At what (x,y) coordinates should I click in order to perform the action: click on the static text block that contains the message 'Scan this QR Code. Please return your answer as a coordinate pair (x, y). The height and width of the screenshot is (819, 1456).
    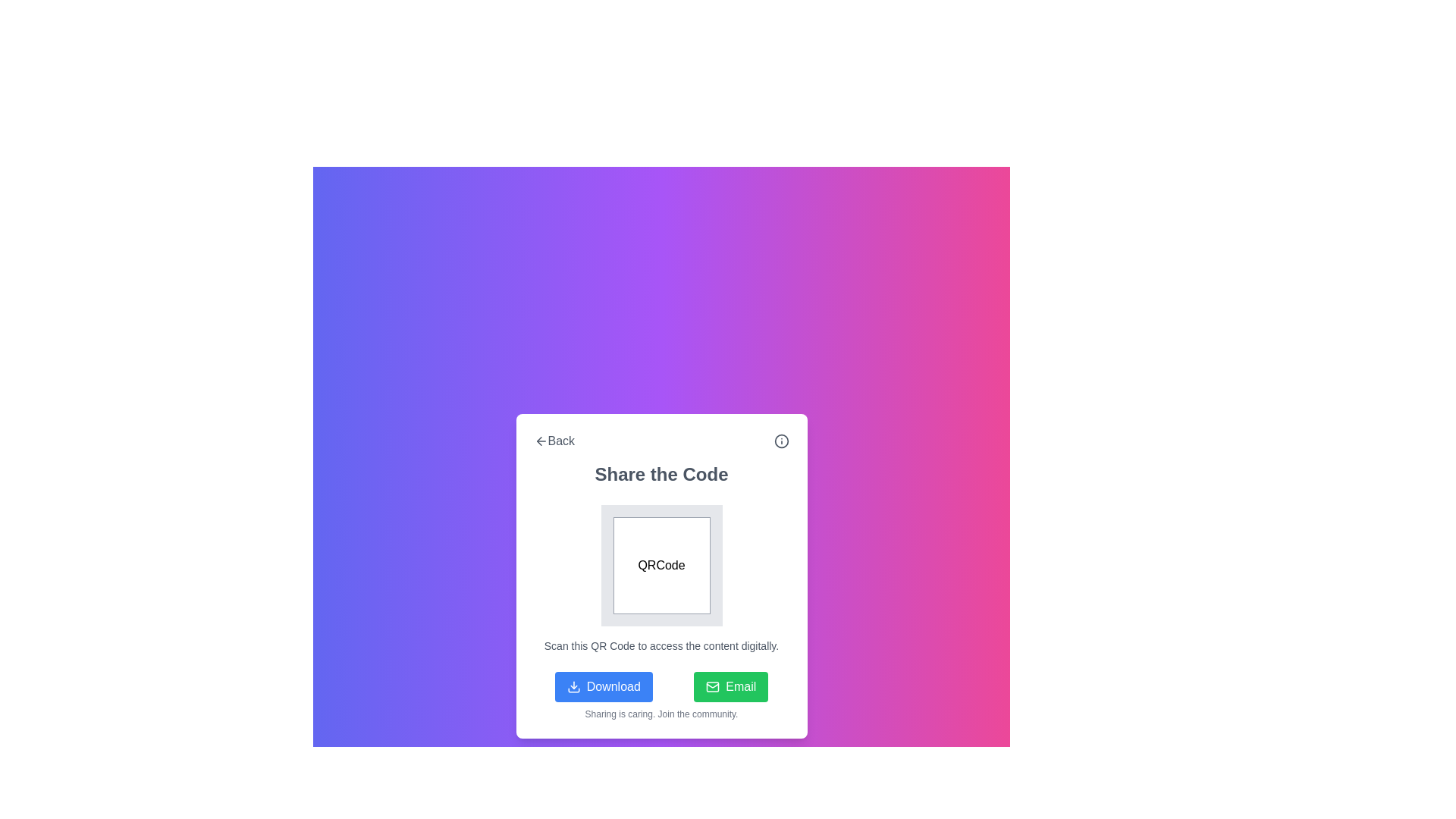
    Looking at the image, I should click on (661, 646).